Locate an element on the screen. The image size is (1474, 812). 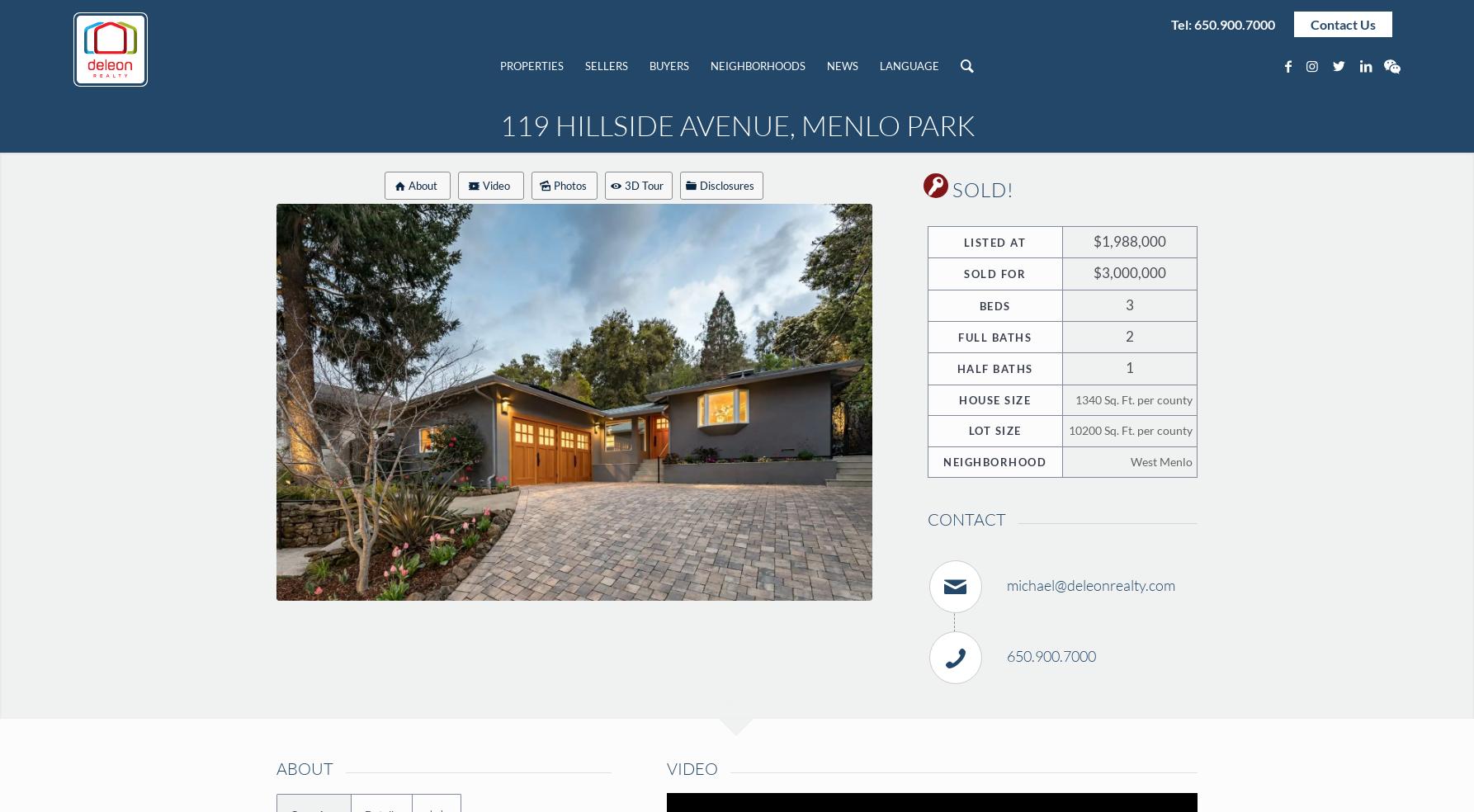
'10200 Sq. Ft. per county' is located at coordinates (1128, 430).